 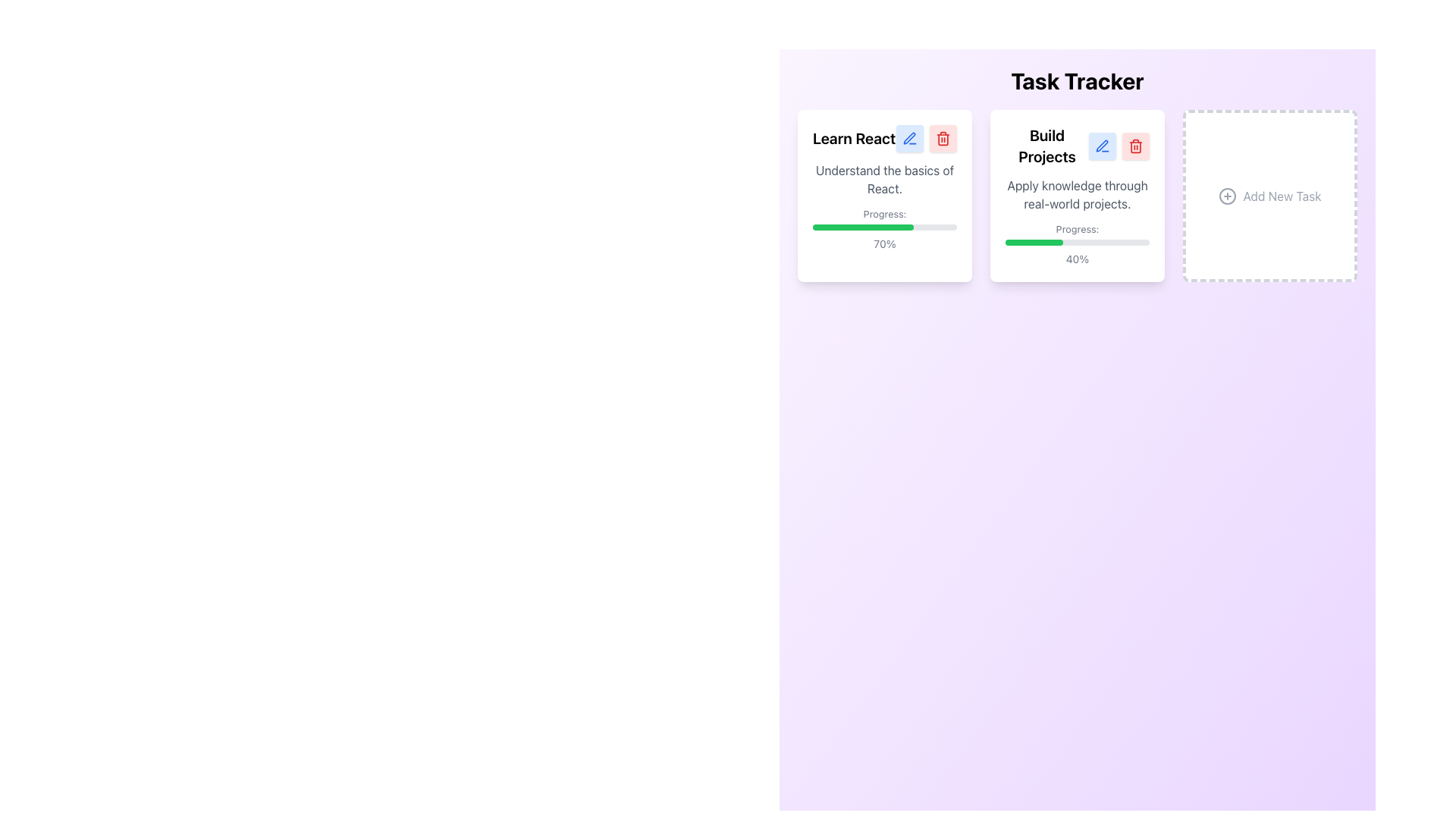 What do you see at coordinates (910, 138) in the screenshot?
I see `the 'Edit' button located at the top right corner of the 'Learn React' task card to modify the task details` at bounding box center [910, 138].